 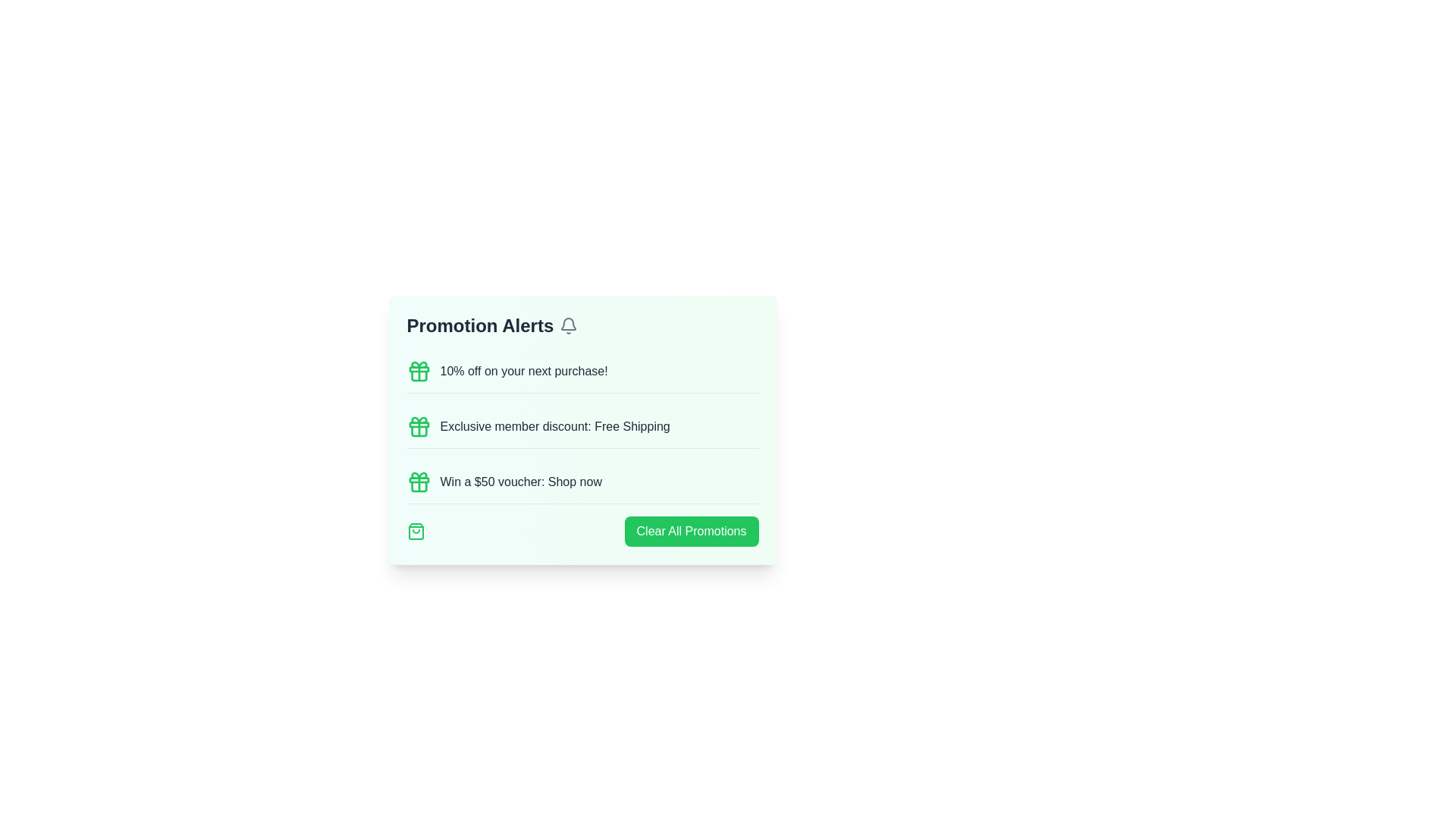 I want to click on the green outlined shopping bag icon located at the top-left corner of the 'Clear All Promotions' button, so click(x=416, y=531).